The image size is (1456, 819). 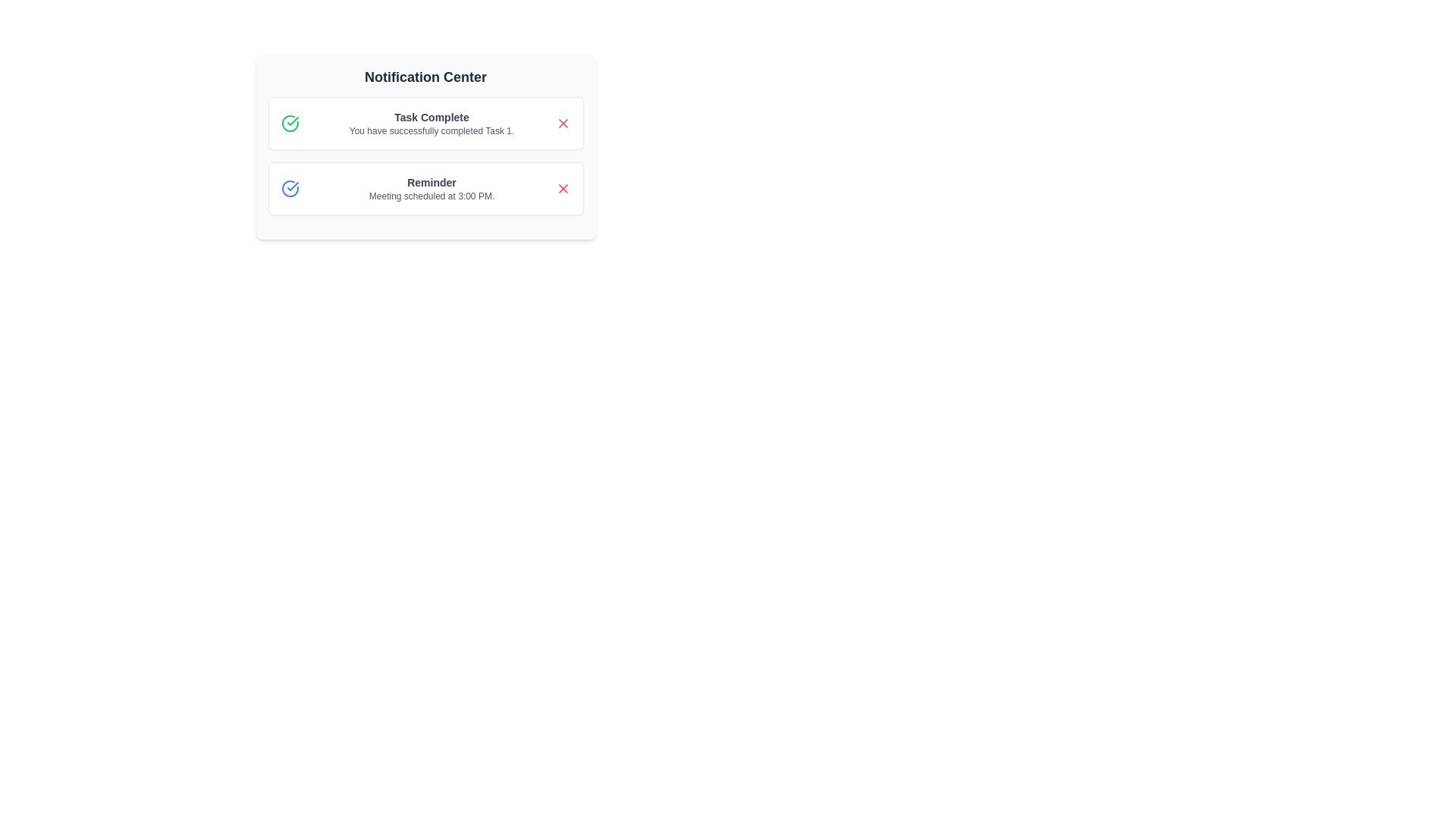 I want to click on the Notification block titled 'Task Complete', so click(x=425, y=155).